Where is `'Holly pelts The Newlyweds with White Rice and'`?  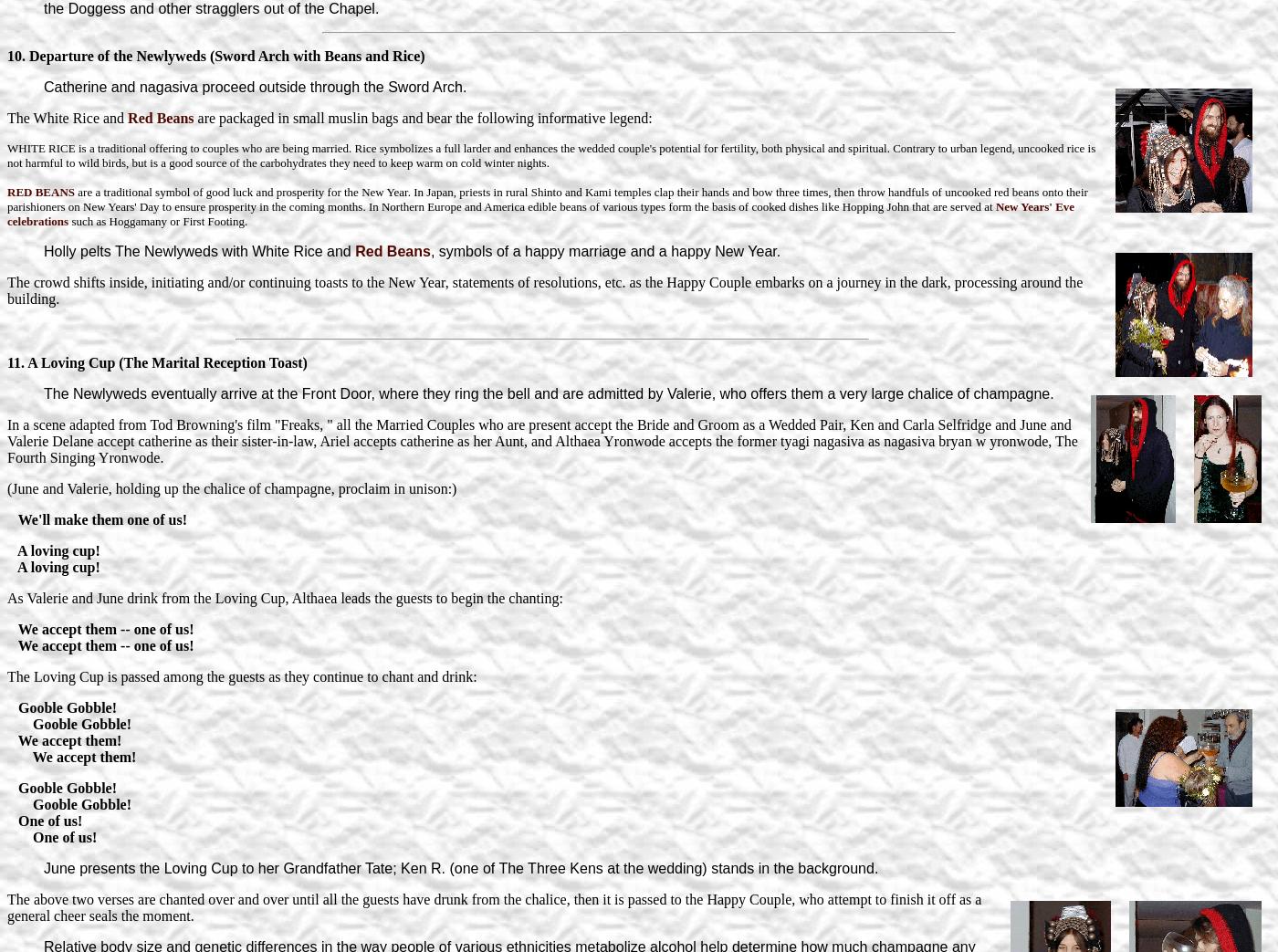 'Holly pelts The Newlyweds with White Rice and' is located at coordinates (199, 250).